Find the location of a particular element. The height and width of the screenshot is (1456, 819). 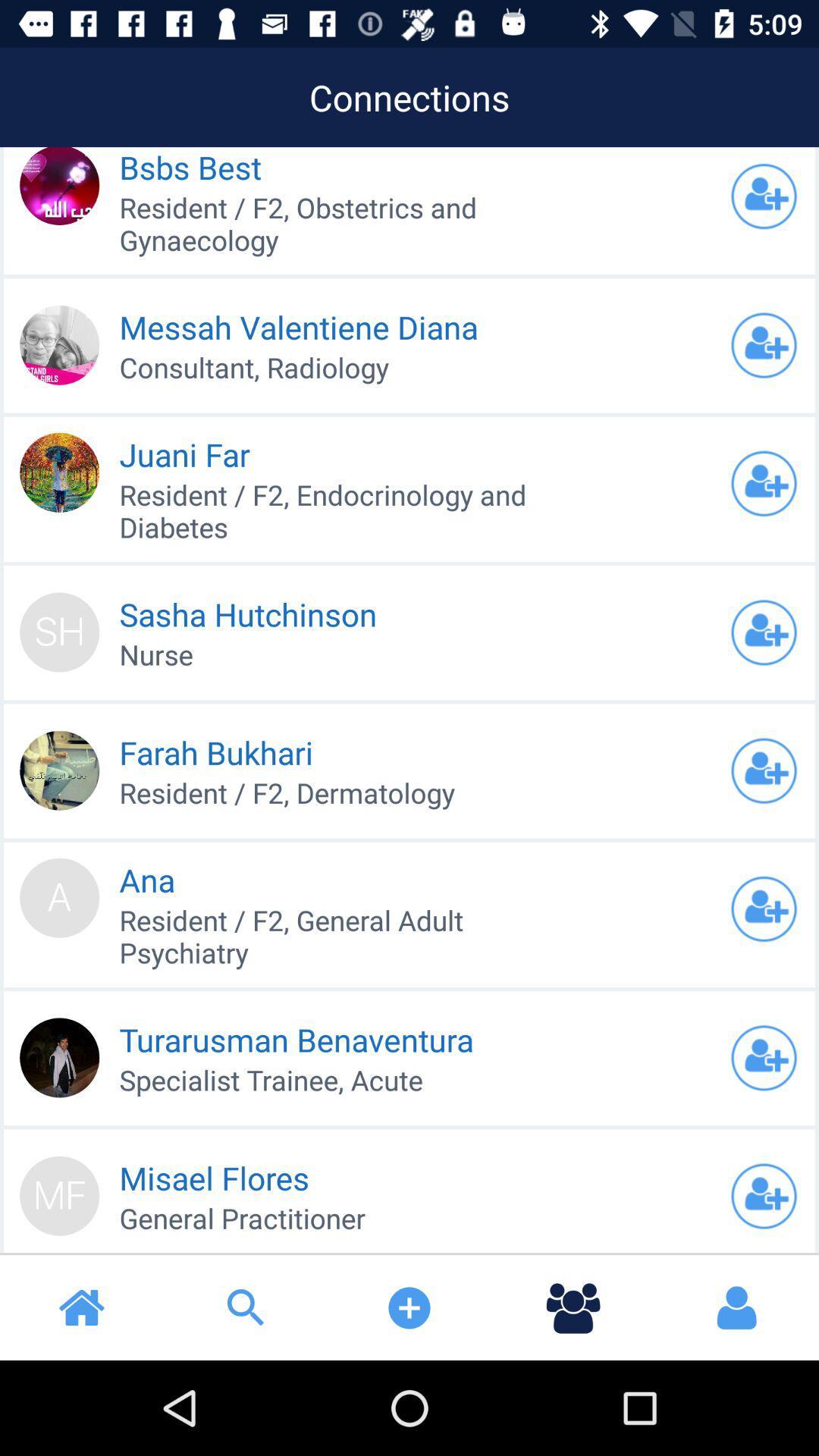

adds friend is located at coordinates (764, 632).